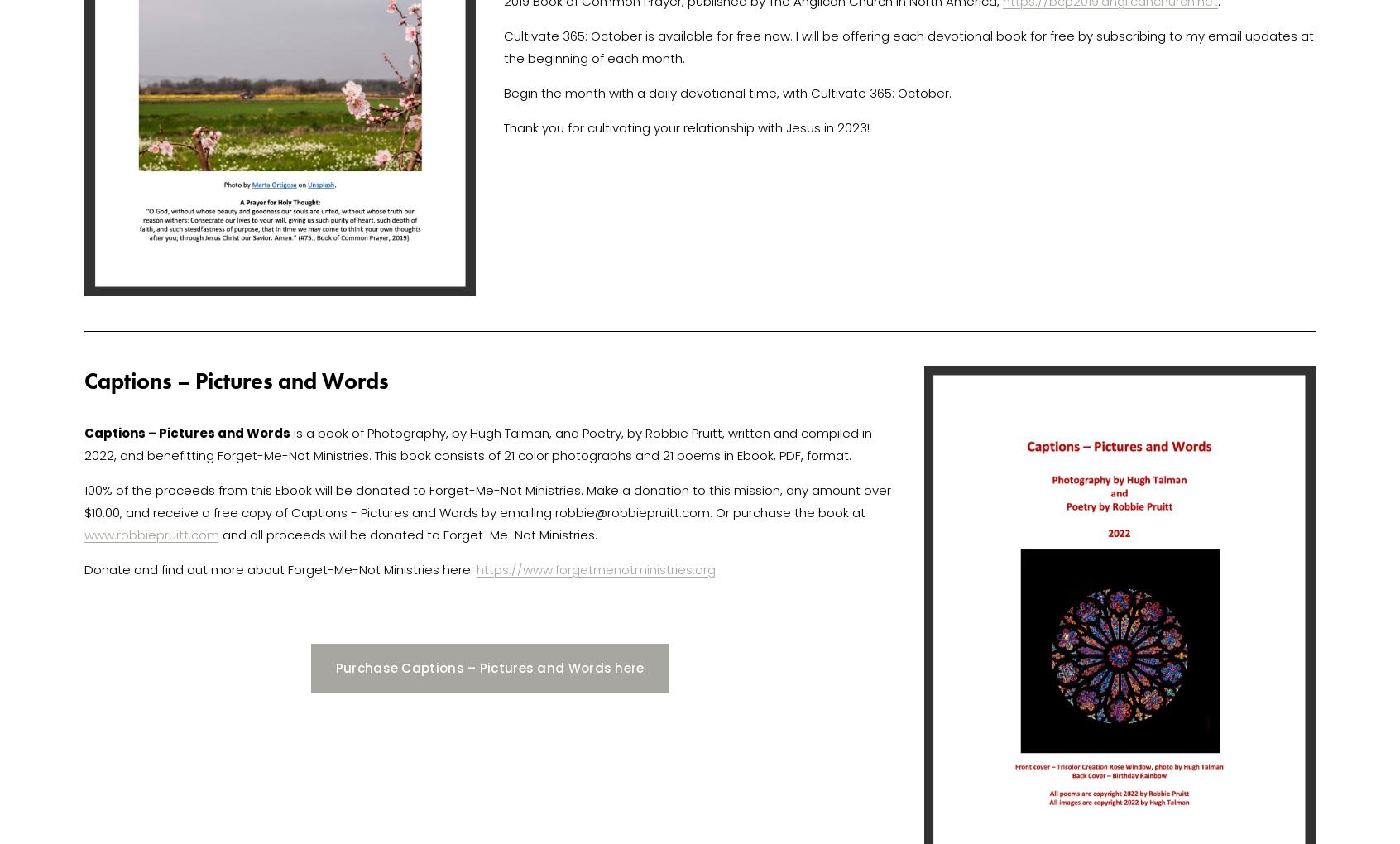 The width and height of the screenshot is (1400, 844). What do you see at coordinates (409, 534) in the screenshot?
I see `'and all proceeds will be donated to Forget-Me-Not Ministries.'` at bounding box center [409, 534].